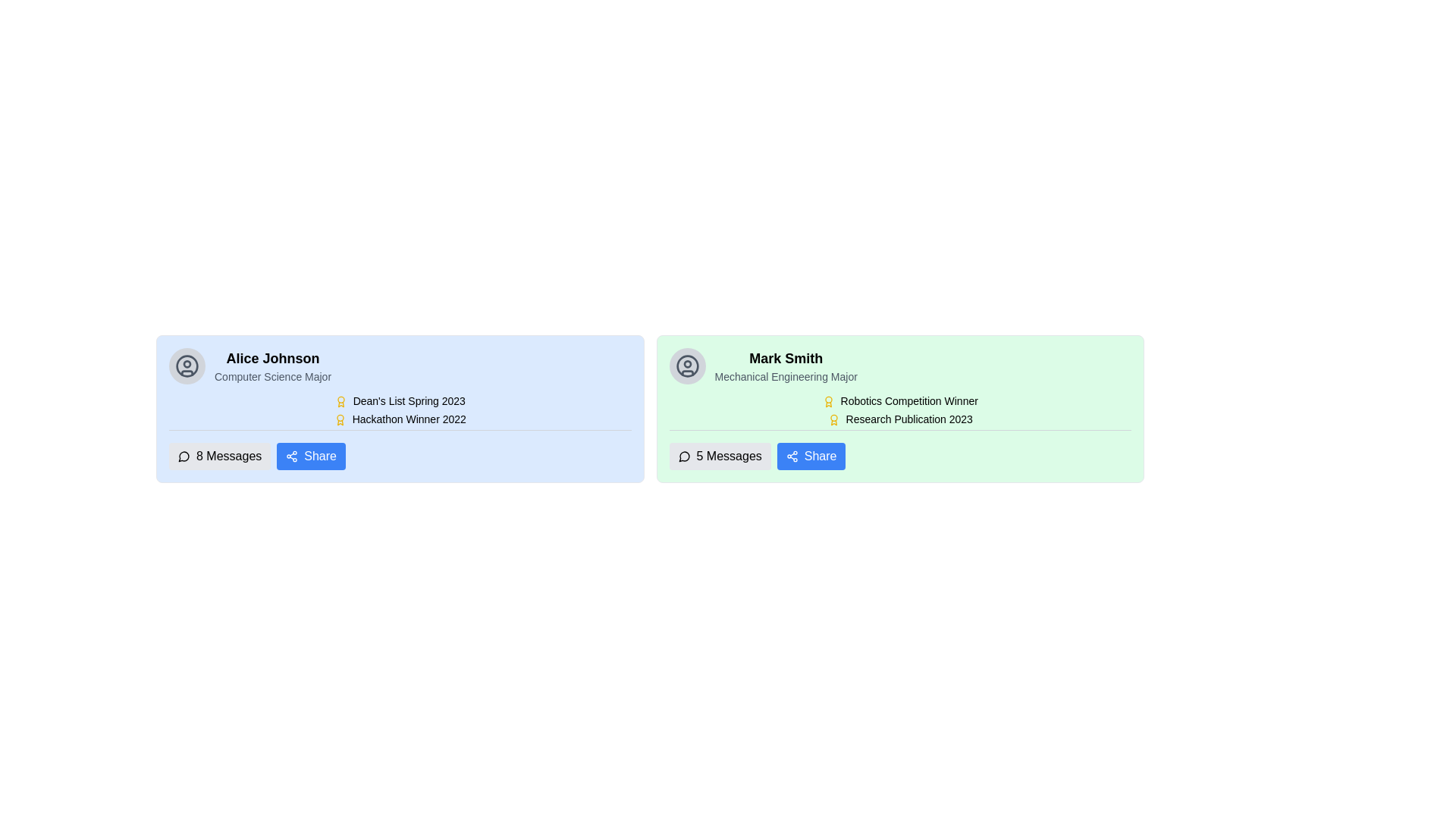  I want to click on the circular user avatar icon located at the center of the left card in the interface, so click(186, 366).